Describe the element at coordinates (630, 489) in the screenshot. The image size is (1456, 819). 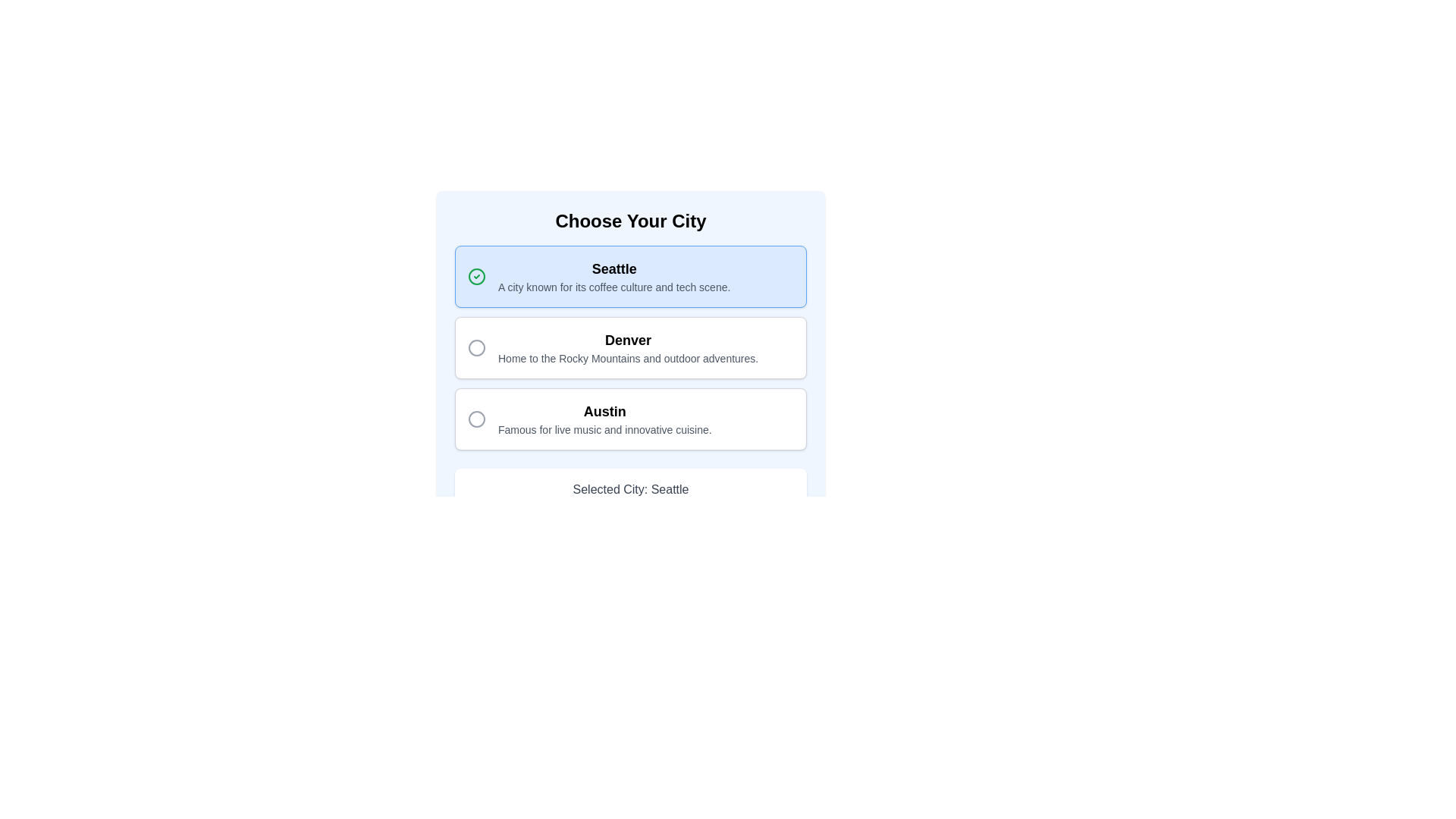
I see `the static text label displaying the selected city 'Seattle', which is centered at the bottom of a white card` at that location.